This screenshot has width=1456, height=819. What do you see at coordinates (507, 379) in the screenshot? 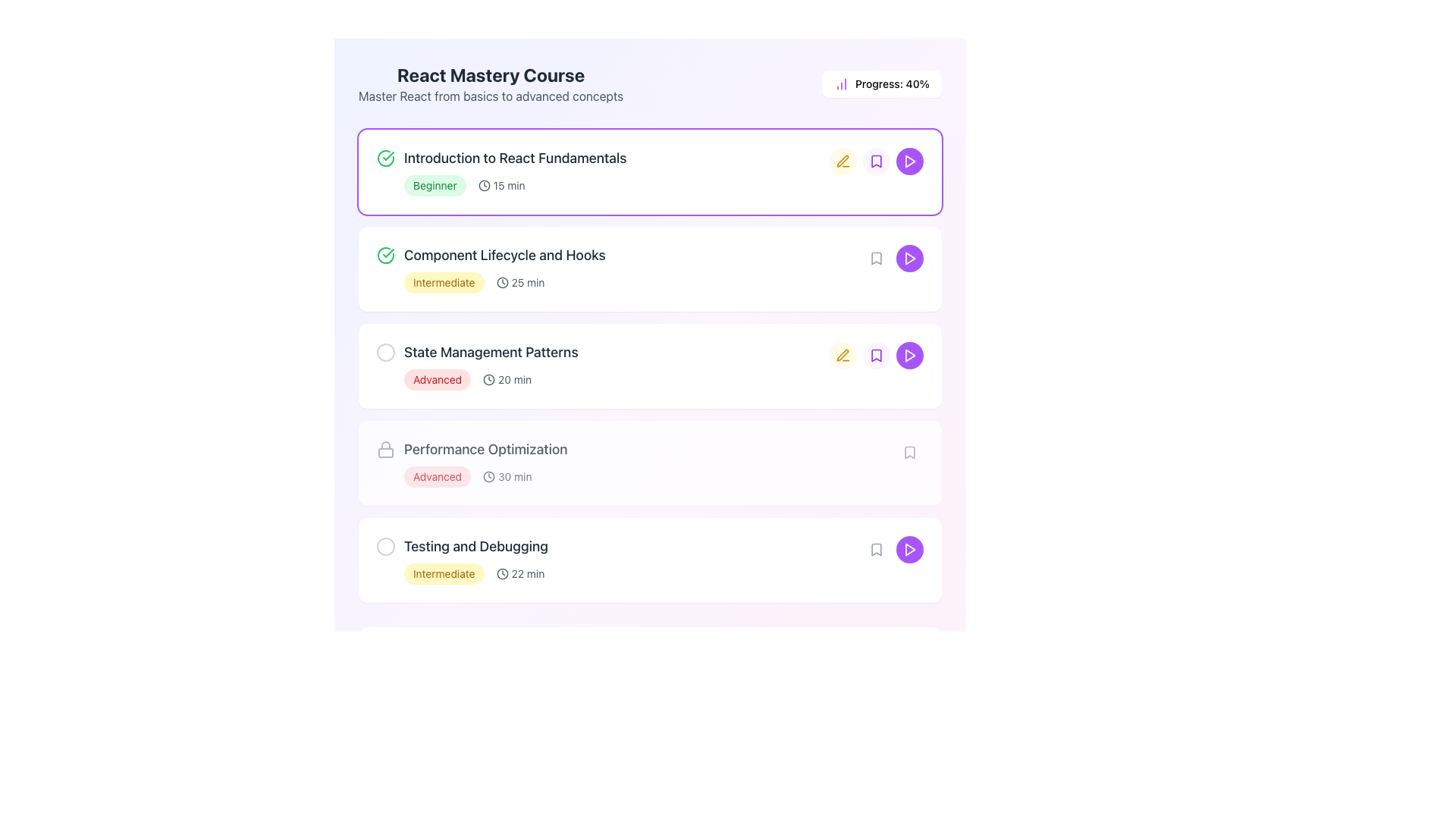
I see `the text label displaying the estimated time for the 'State Management Patterns' module, located under the 'Advanced' badge in the third item of a vertical list` at bounding box center [507, 379].